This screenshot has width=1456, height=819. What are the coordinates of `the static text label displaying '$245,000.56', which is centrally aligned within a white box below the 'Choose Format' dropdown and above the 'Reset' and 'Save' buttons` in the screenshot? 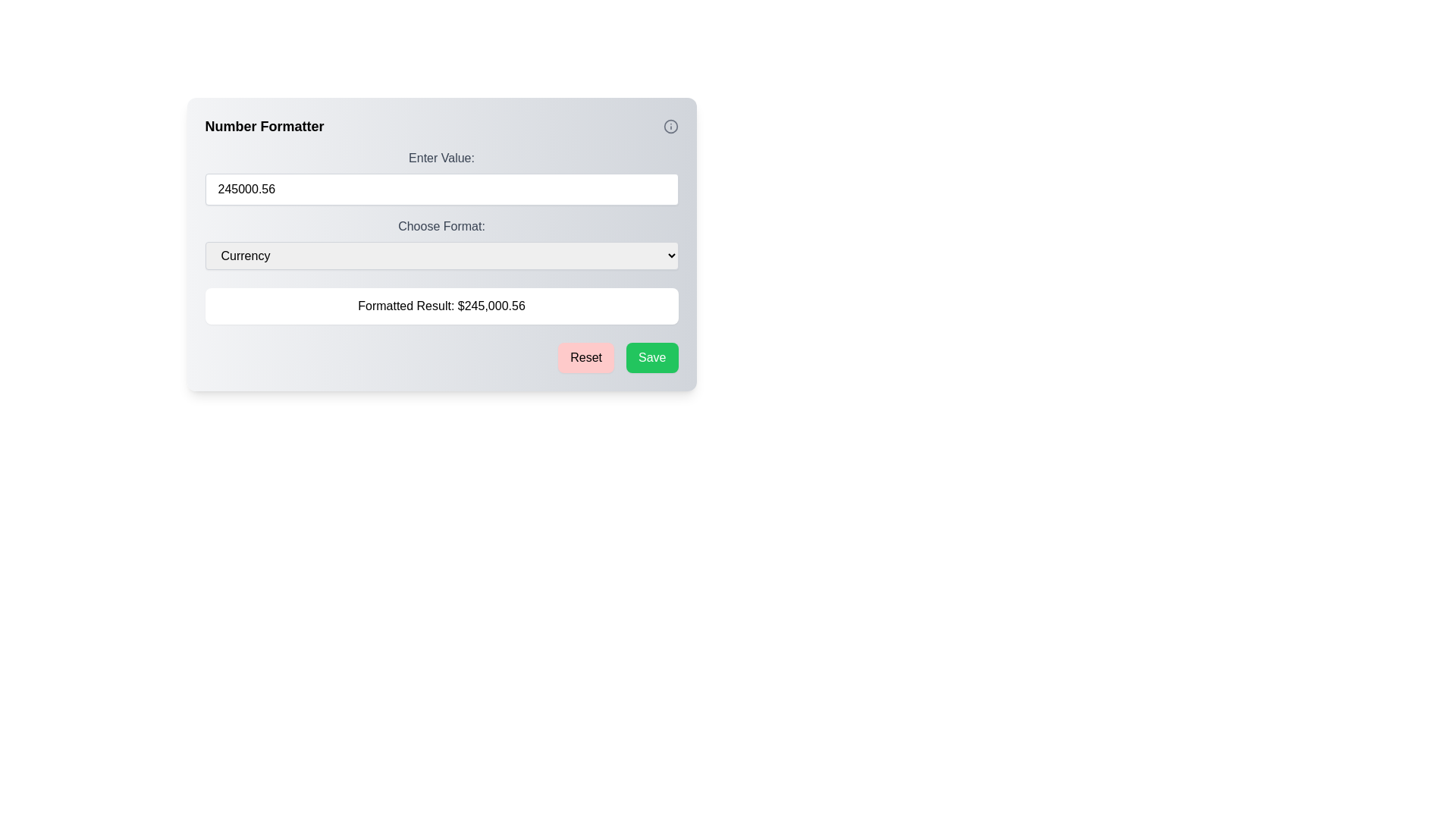 It's located at (491, 306).